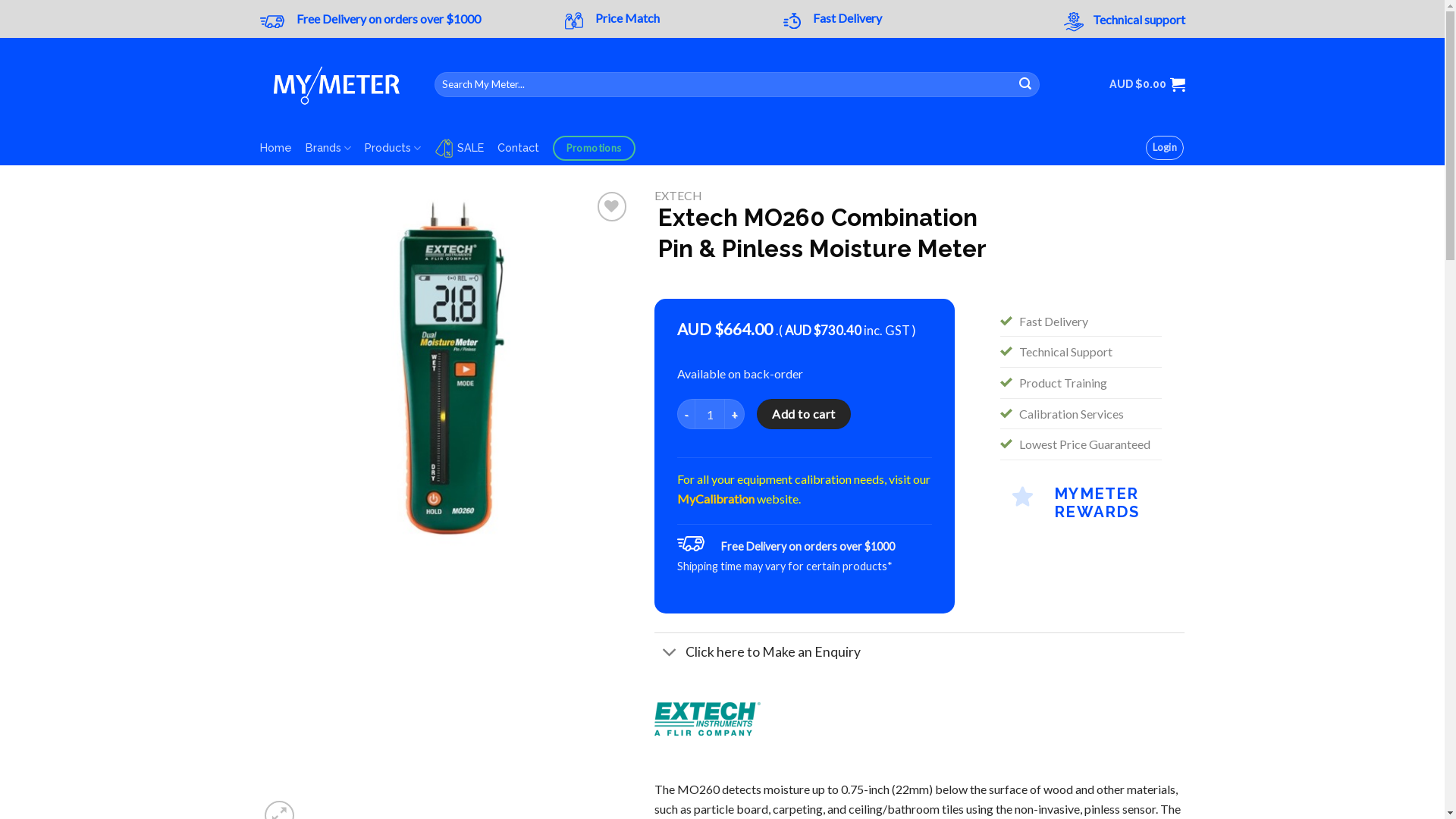  Describe the element at coordinates (803, 414) in the screenshot. I see `'Add to cart'` at that location.